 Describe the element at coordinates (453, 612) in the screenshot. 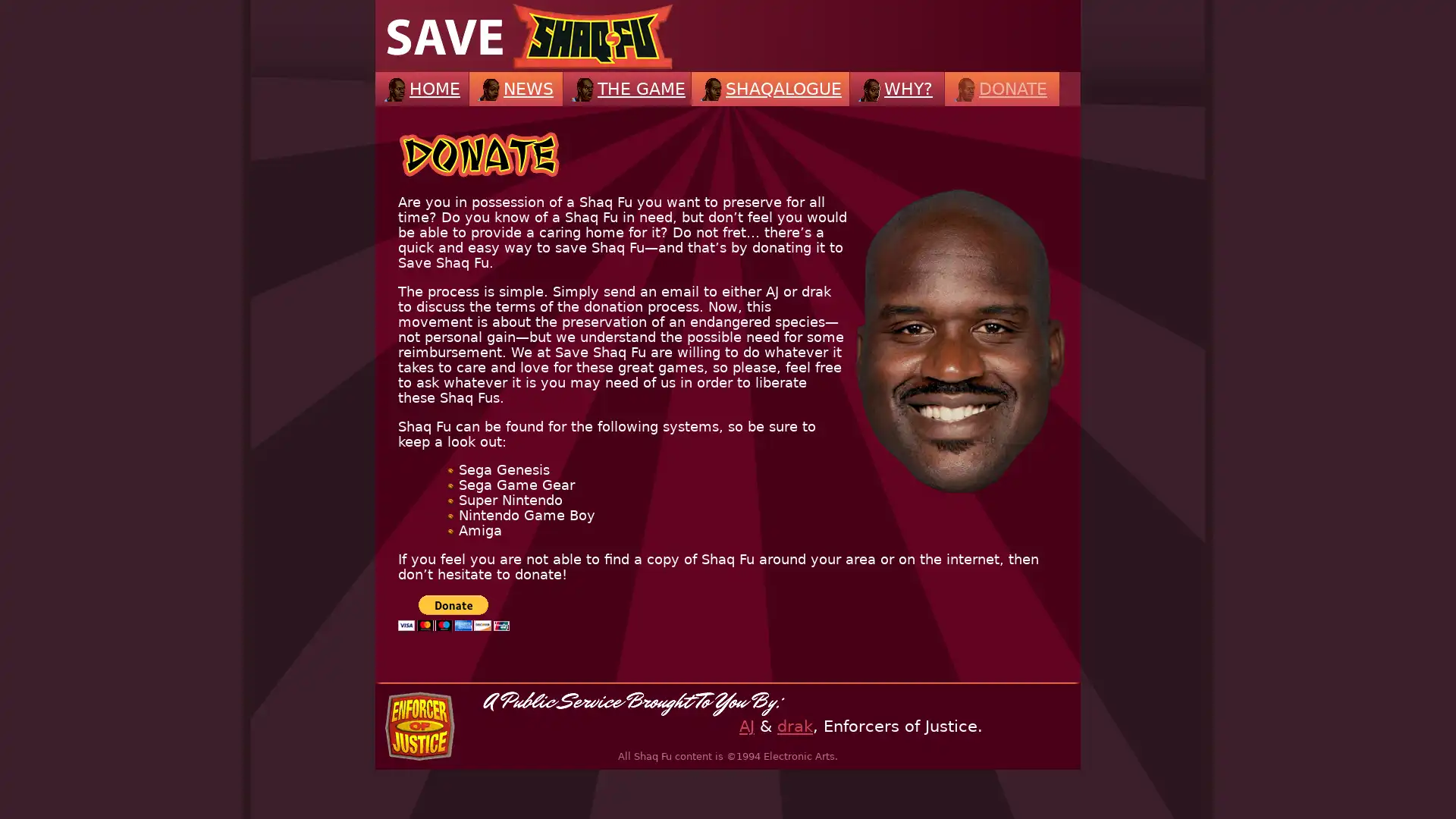

I see `PayPal - The safer, easier way to pay online!` at that location.